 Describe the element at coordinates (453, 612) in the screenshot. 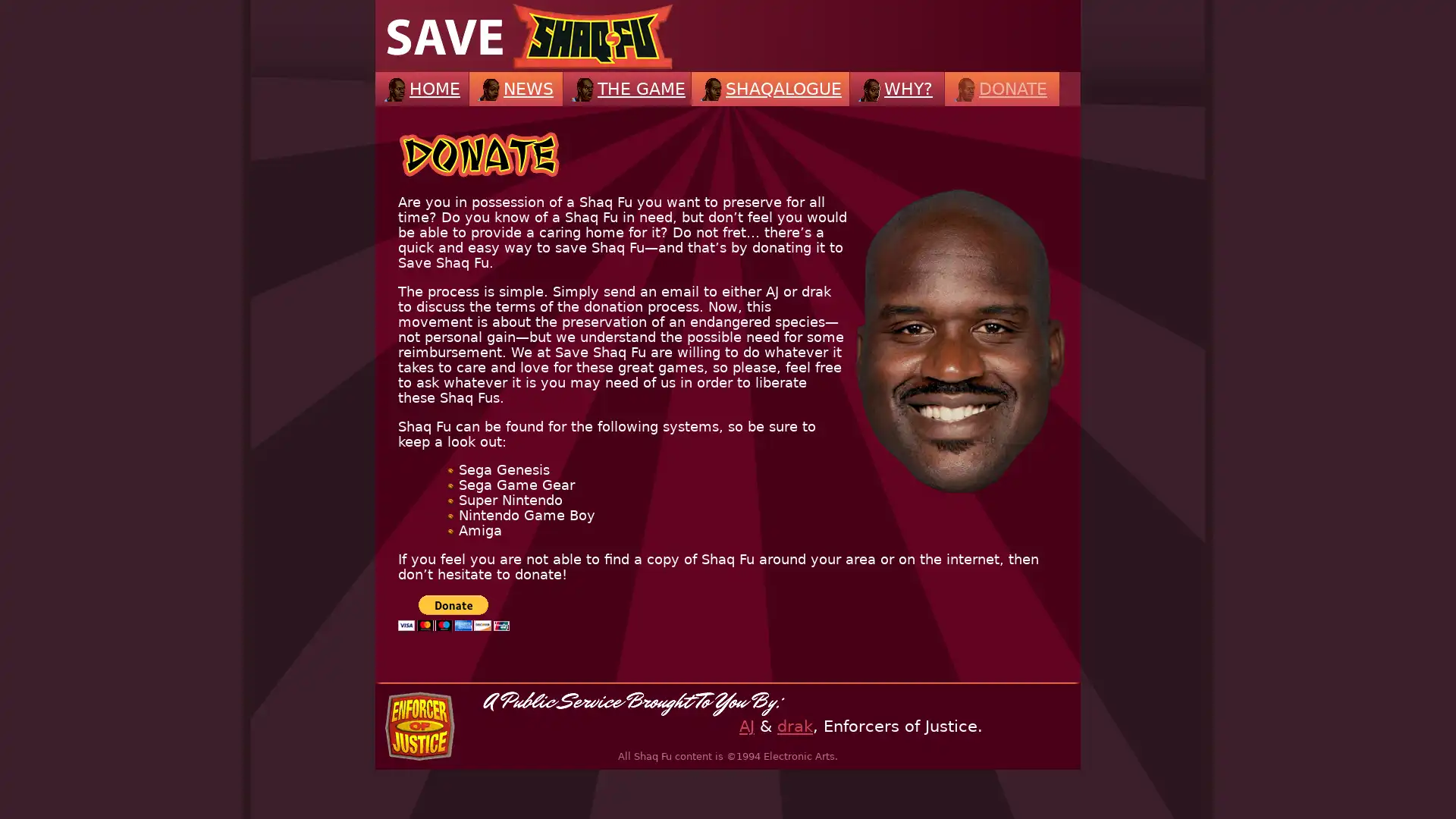

I see `PayPal - The safer, easier way to pay online!` at that location.